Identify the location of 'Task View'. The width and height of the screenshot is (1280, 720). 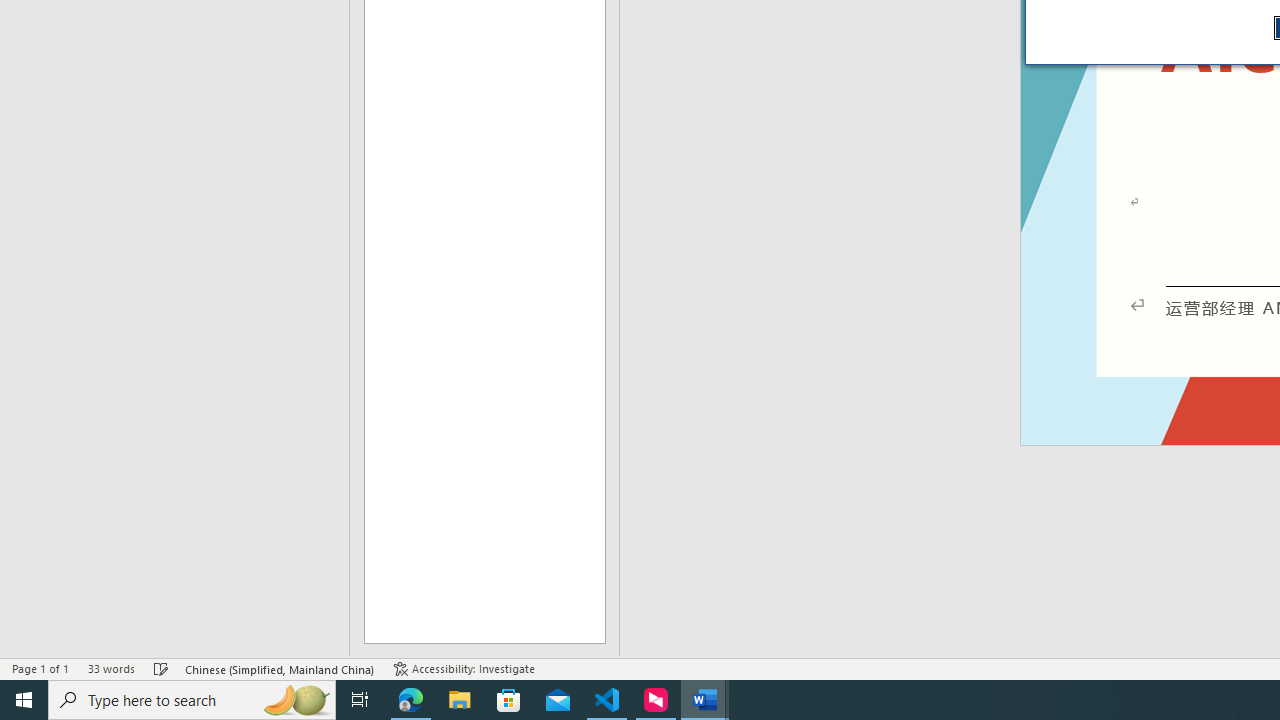
(359, 698).